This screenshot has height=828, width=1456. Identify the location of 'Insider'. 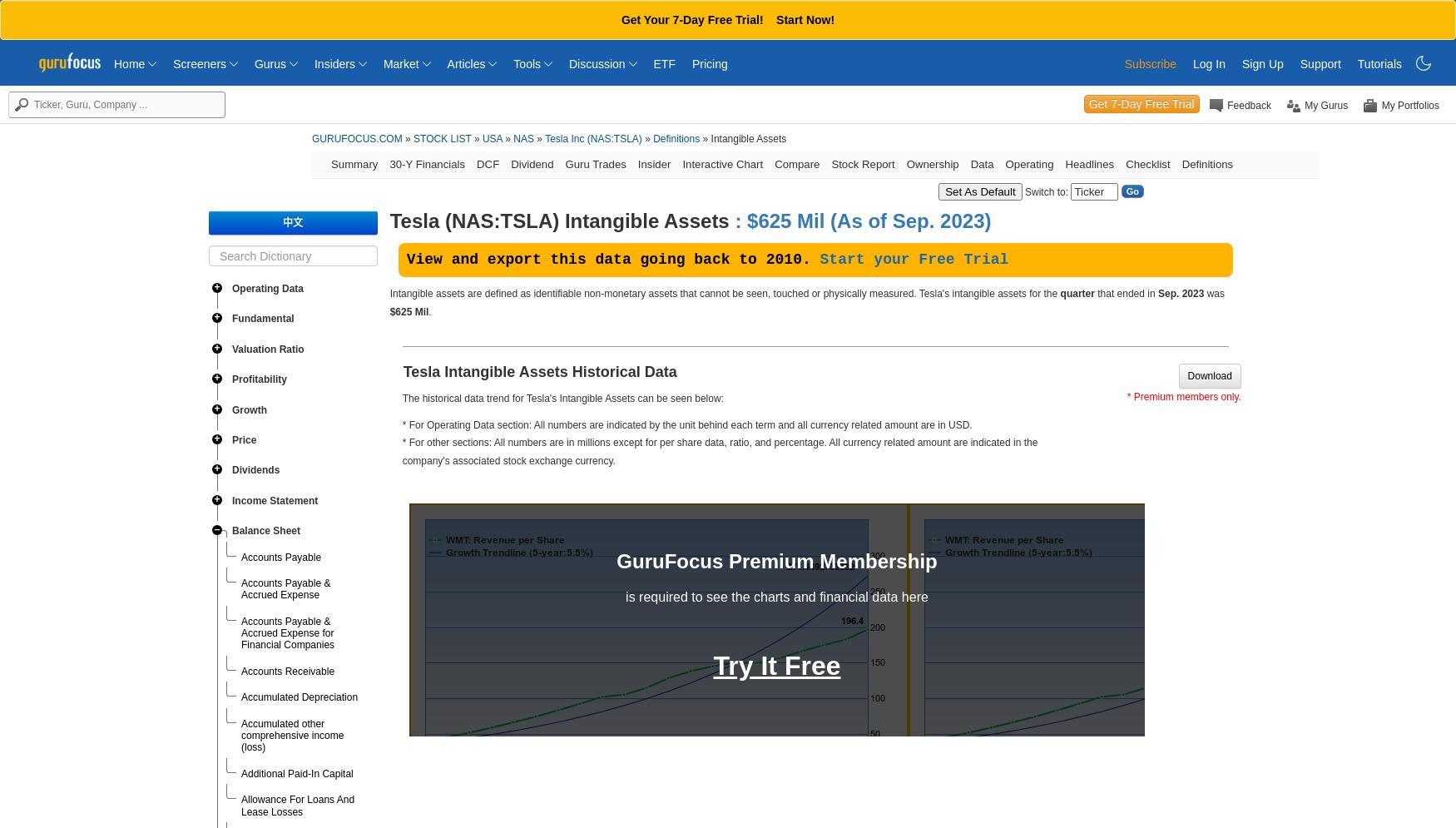
(652, 163).